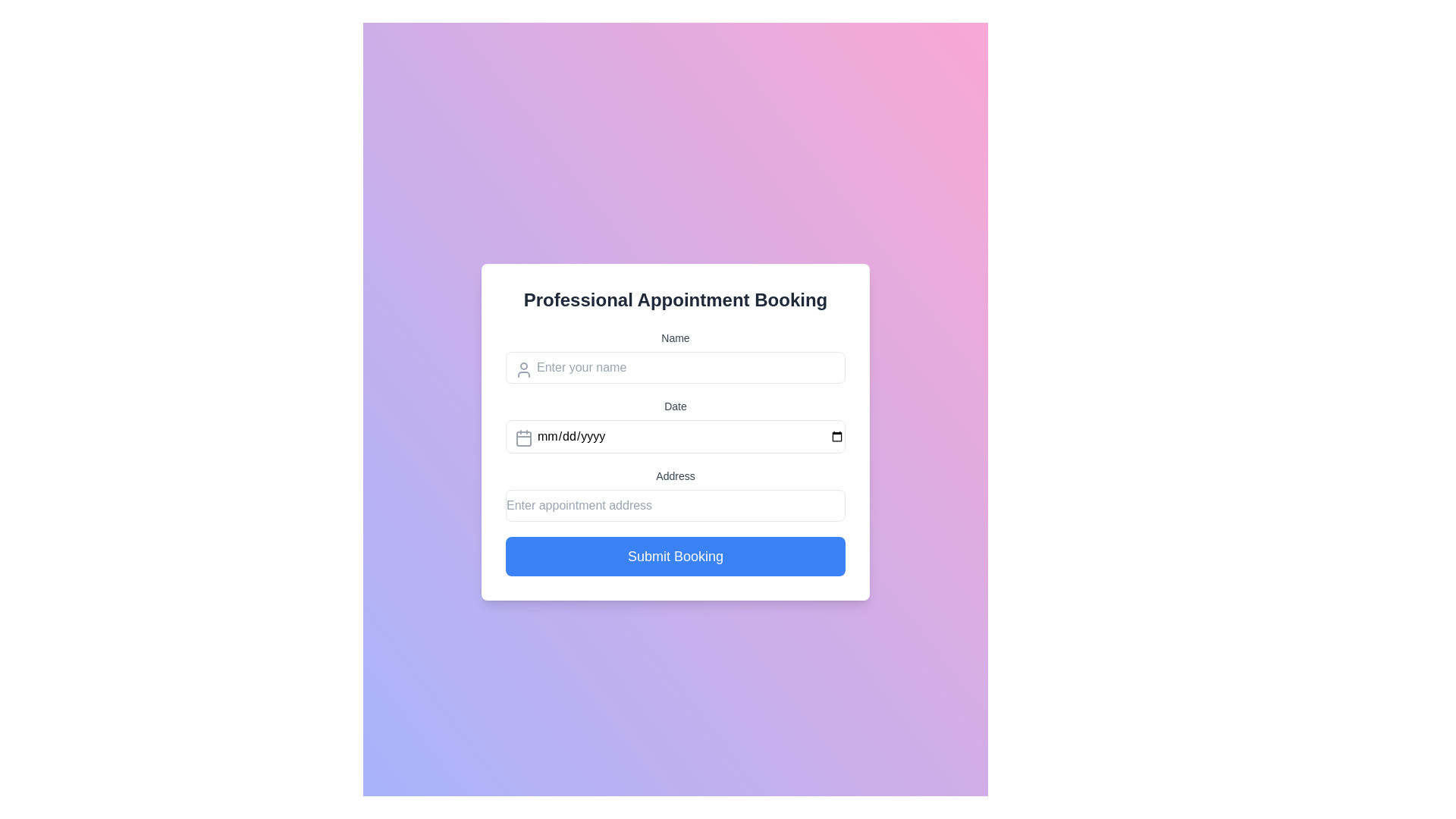 The width and height of the screenshot is (1456, 819). Describe the element at coordinates (675, 436) in the screenshot. I see `a date from the calendar by clicking on the date picker input field styled with a placeholder text of 'mm/dd/yyyy', located below the 'Date' label in the 'Professional Appointment Booking' form` at that location.